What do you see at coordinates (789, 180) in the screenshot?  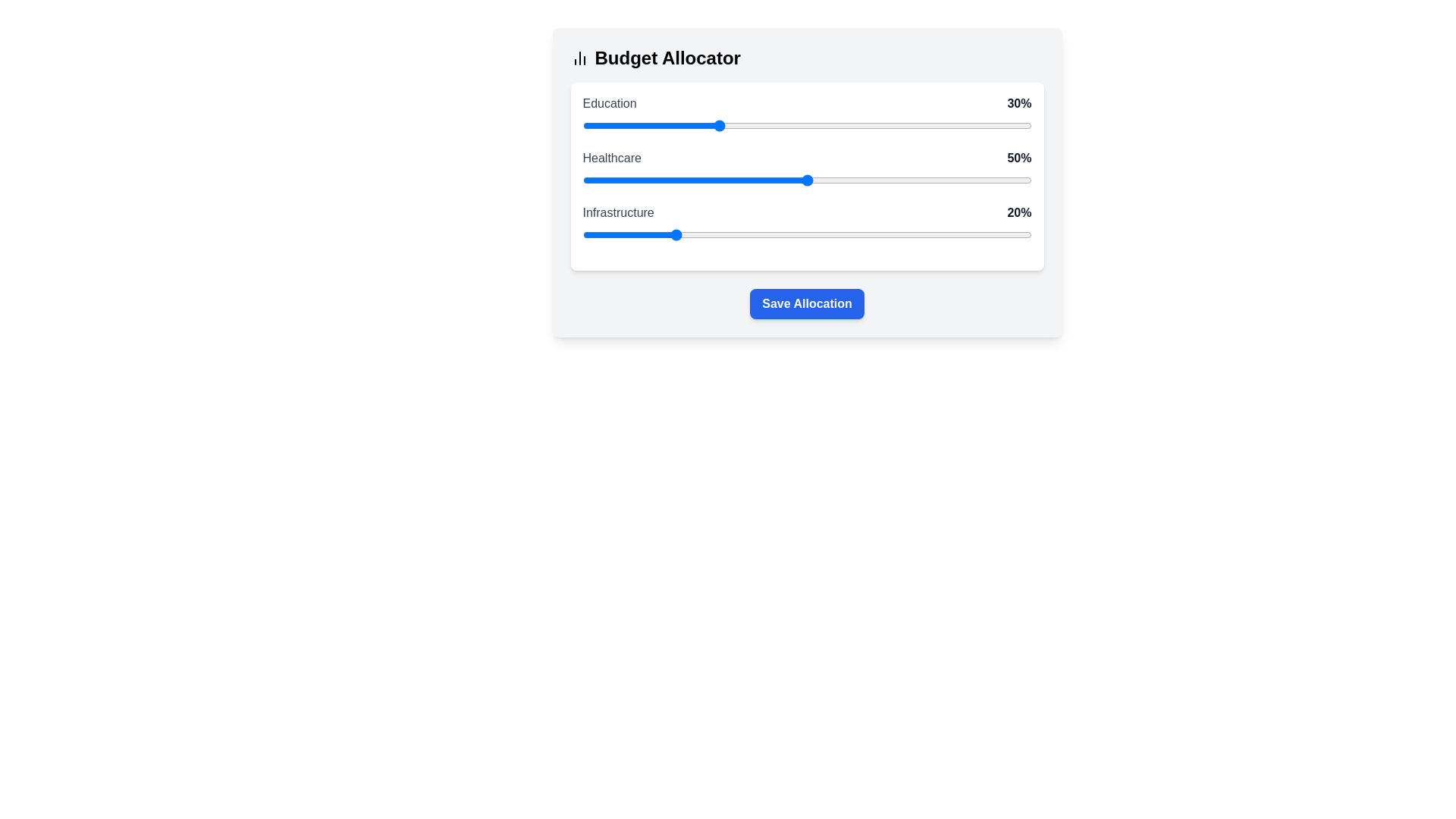 I see `healthcare allocation` at bounding box center [789, 180].